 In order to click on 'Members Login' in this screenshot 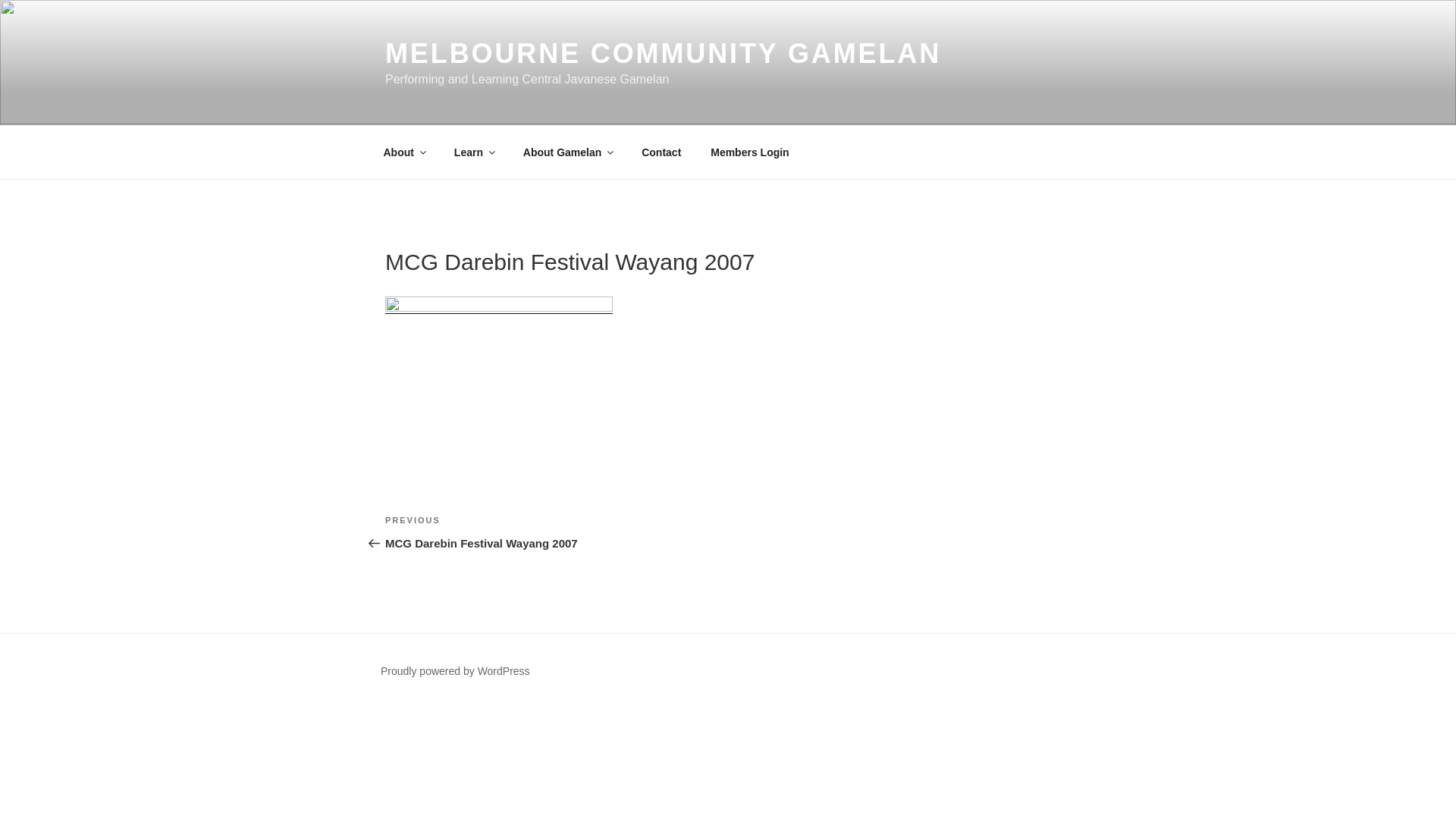, I will do `click(697, 152)`.